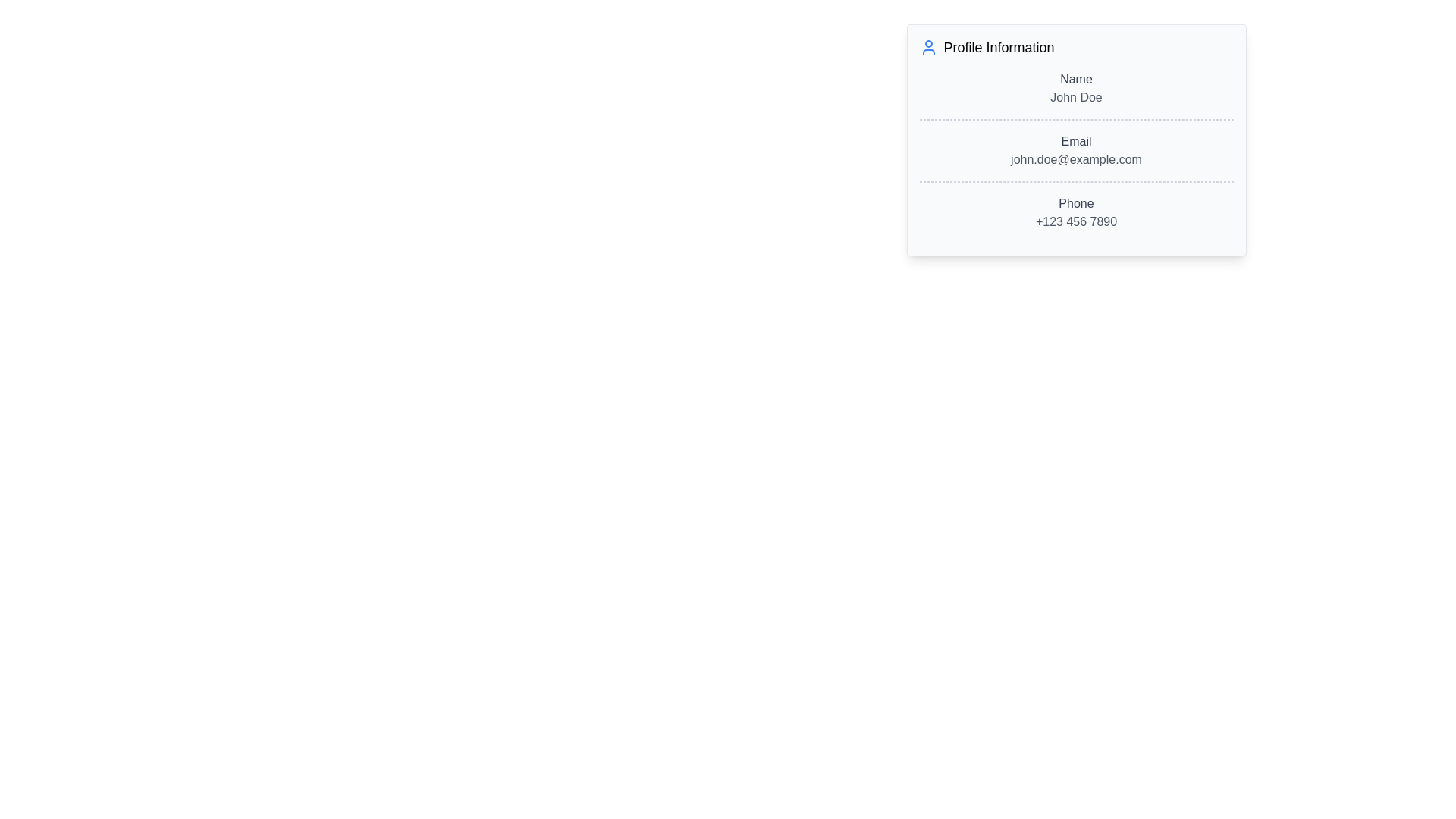 The image size is (1456, 819). Describe the element at coordinates (1075, 180) in the screenshot. I see `the separator line that visually separates the 'Email' and 'Phone' information in the 'Profile Information' card` at that location.